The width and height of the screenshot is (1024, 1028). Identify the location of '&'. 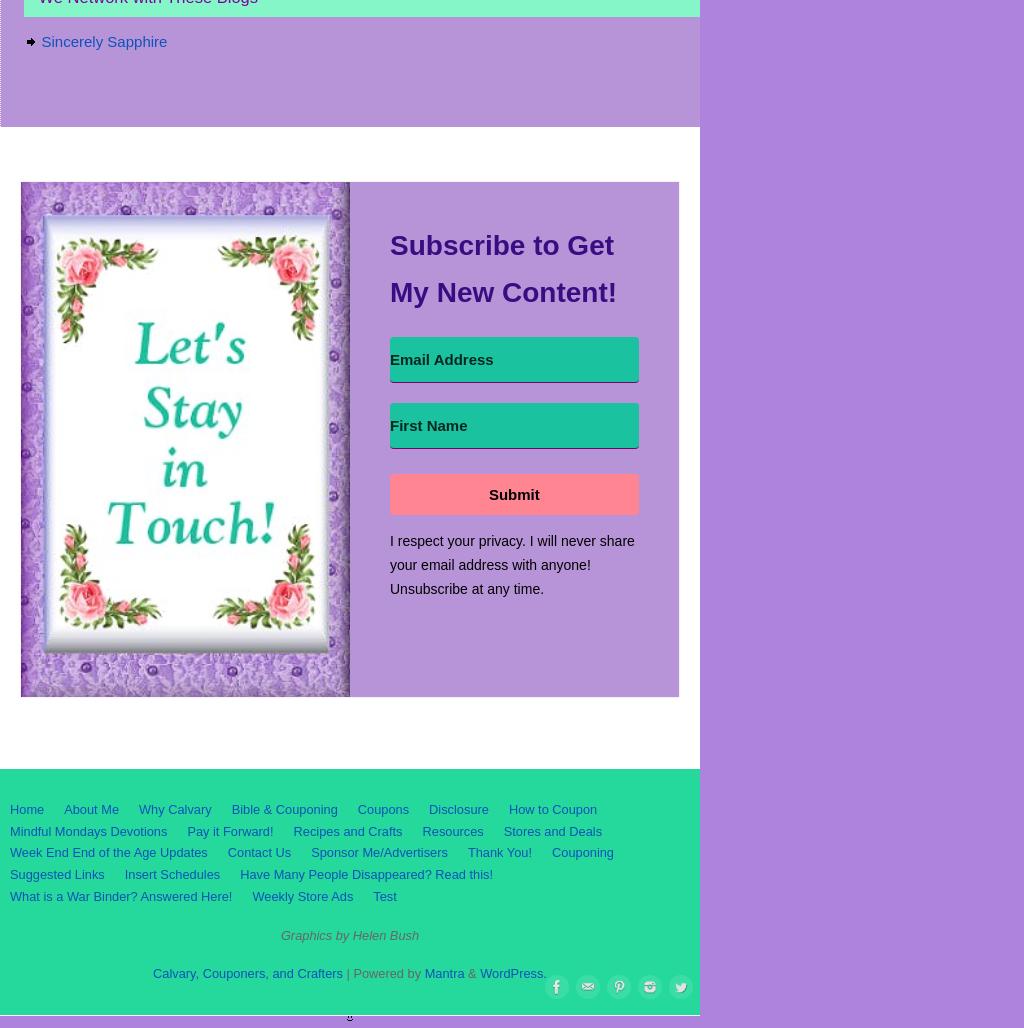
(470, 972).